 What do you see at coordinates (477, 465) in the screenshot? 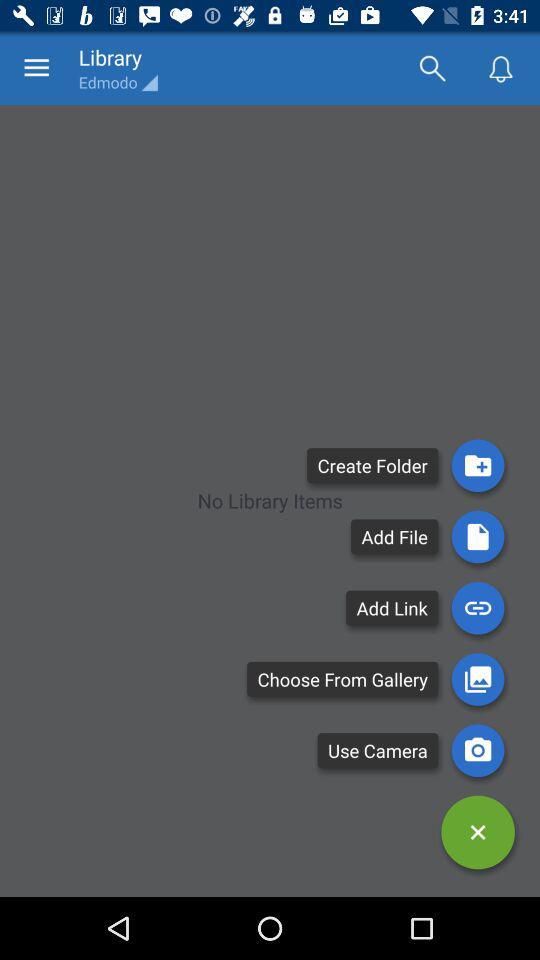
I see `the folder icon` at bounding box center [477, 465].